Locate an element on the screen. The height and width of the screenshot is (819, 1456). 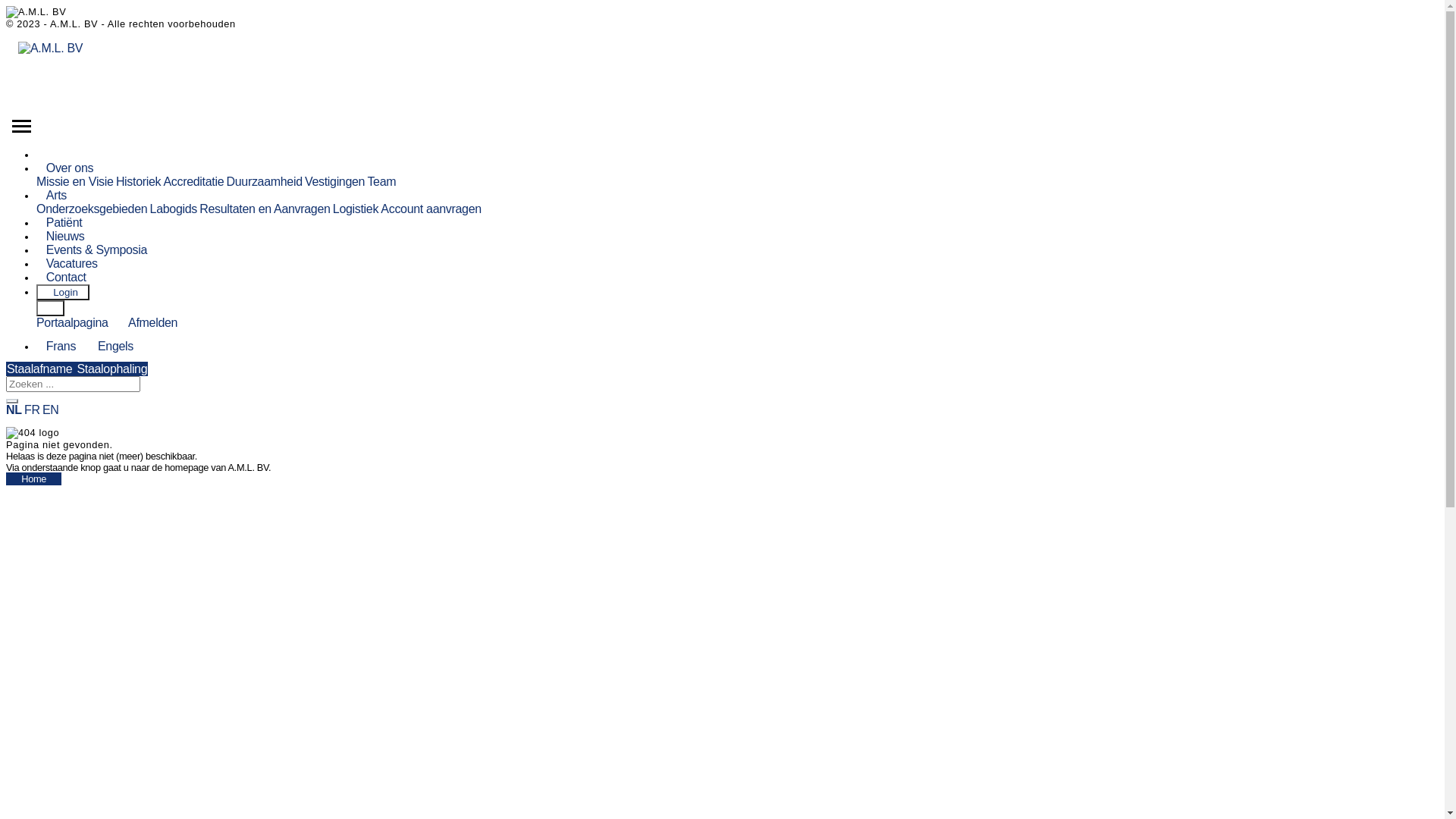
'Missie en Visie' is located at coordinates (74, 180).